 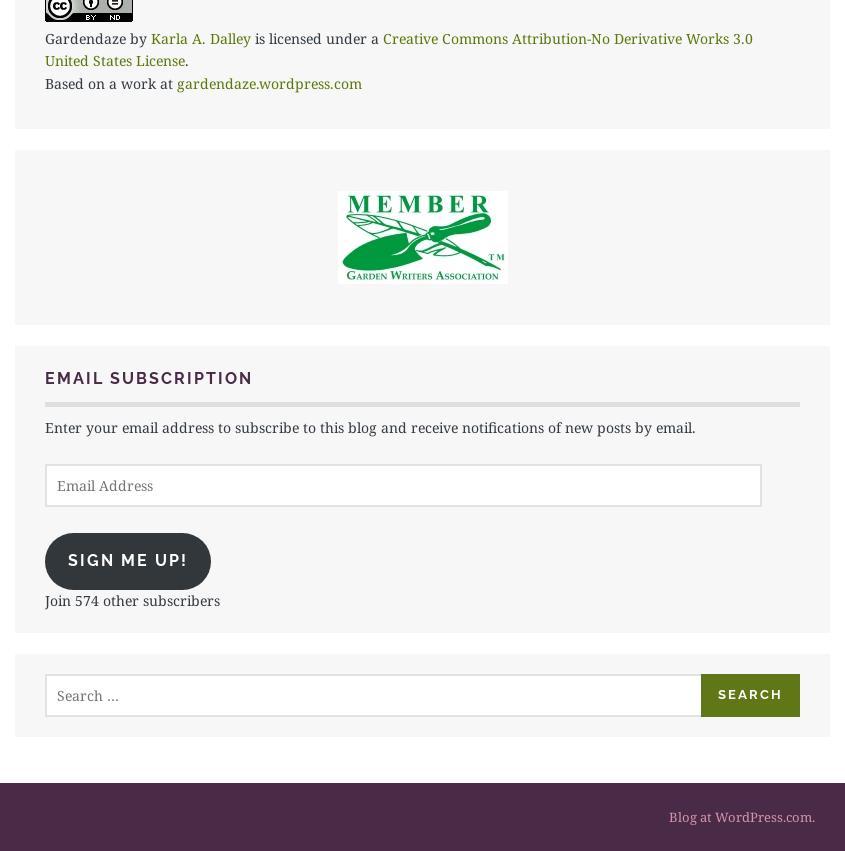 What do you see at coordinates (44, 378) in the screenshot?
I see `'Email Subscription'` at bounding box center [44, 378].